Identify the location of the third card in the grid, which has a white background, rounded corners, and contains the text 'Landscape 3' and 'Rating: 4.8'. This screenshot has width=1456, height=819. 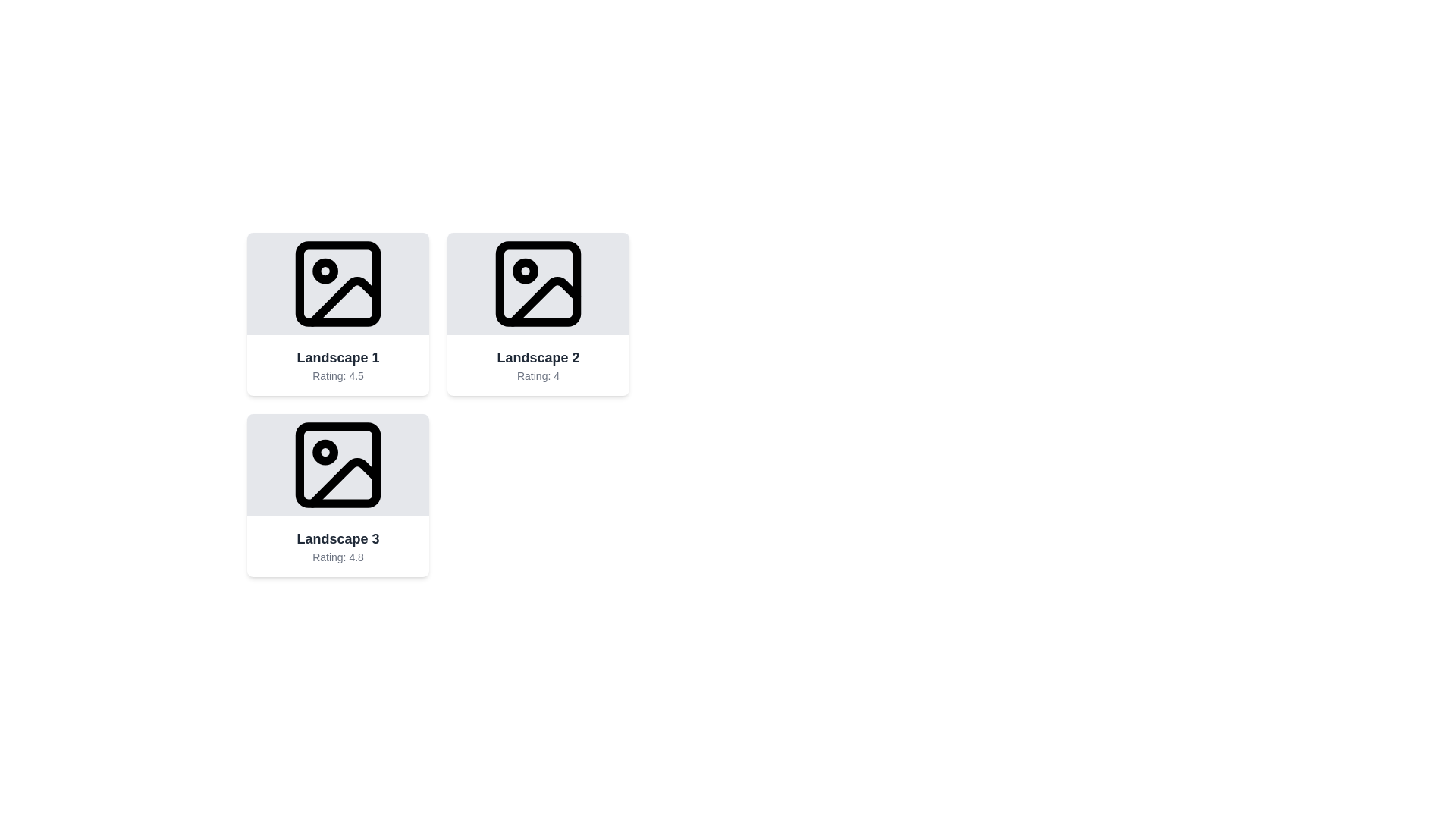
(337, 494).